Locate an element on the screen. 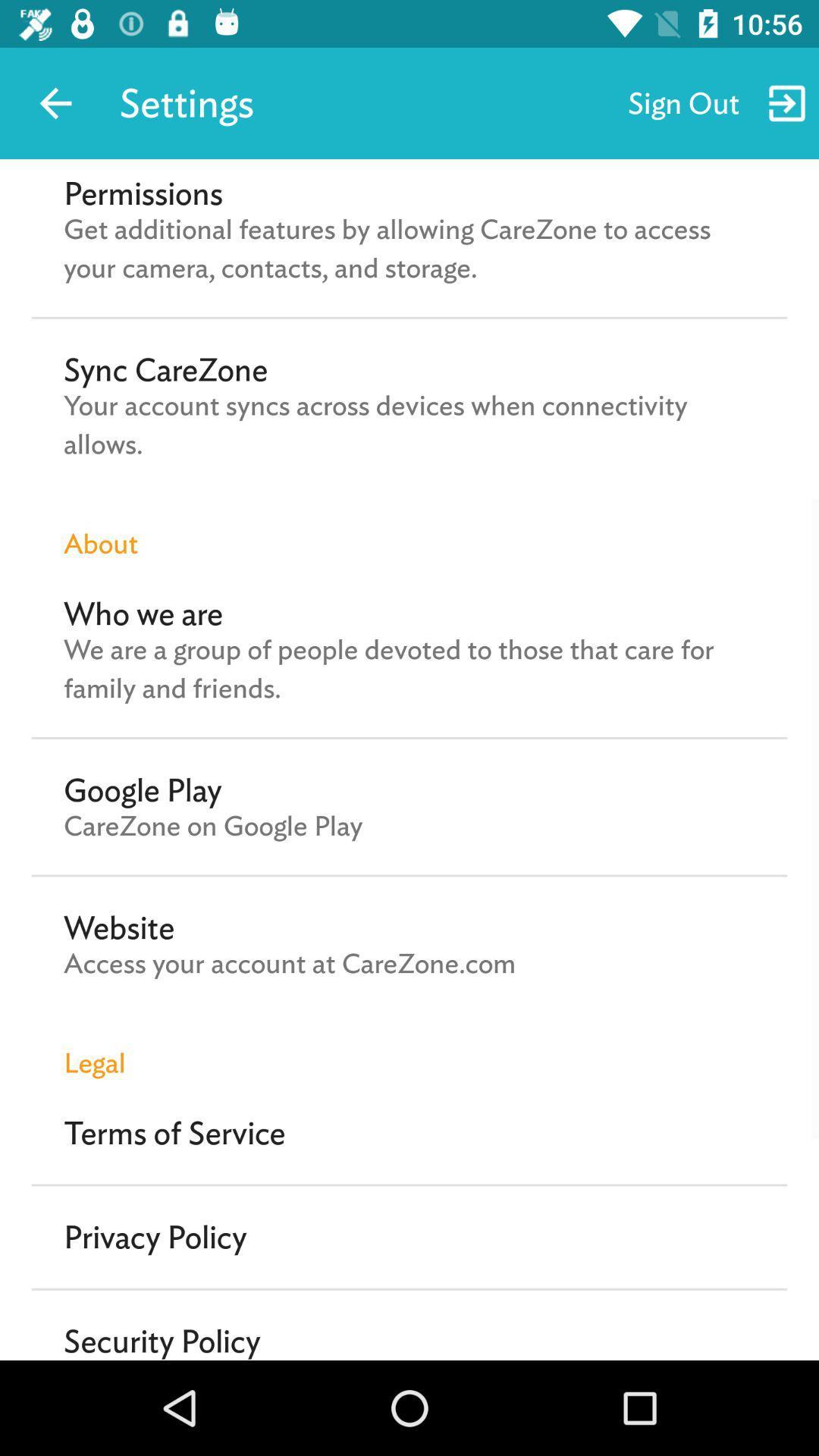 This screenshot has width=819, height=1456. the terms of service item is located at coordinates (174, 1133).